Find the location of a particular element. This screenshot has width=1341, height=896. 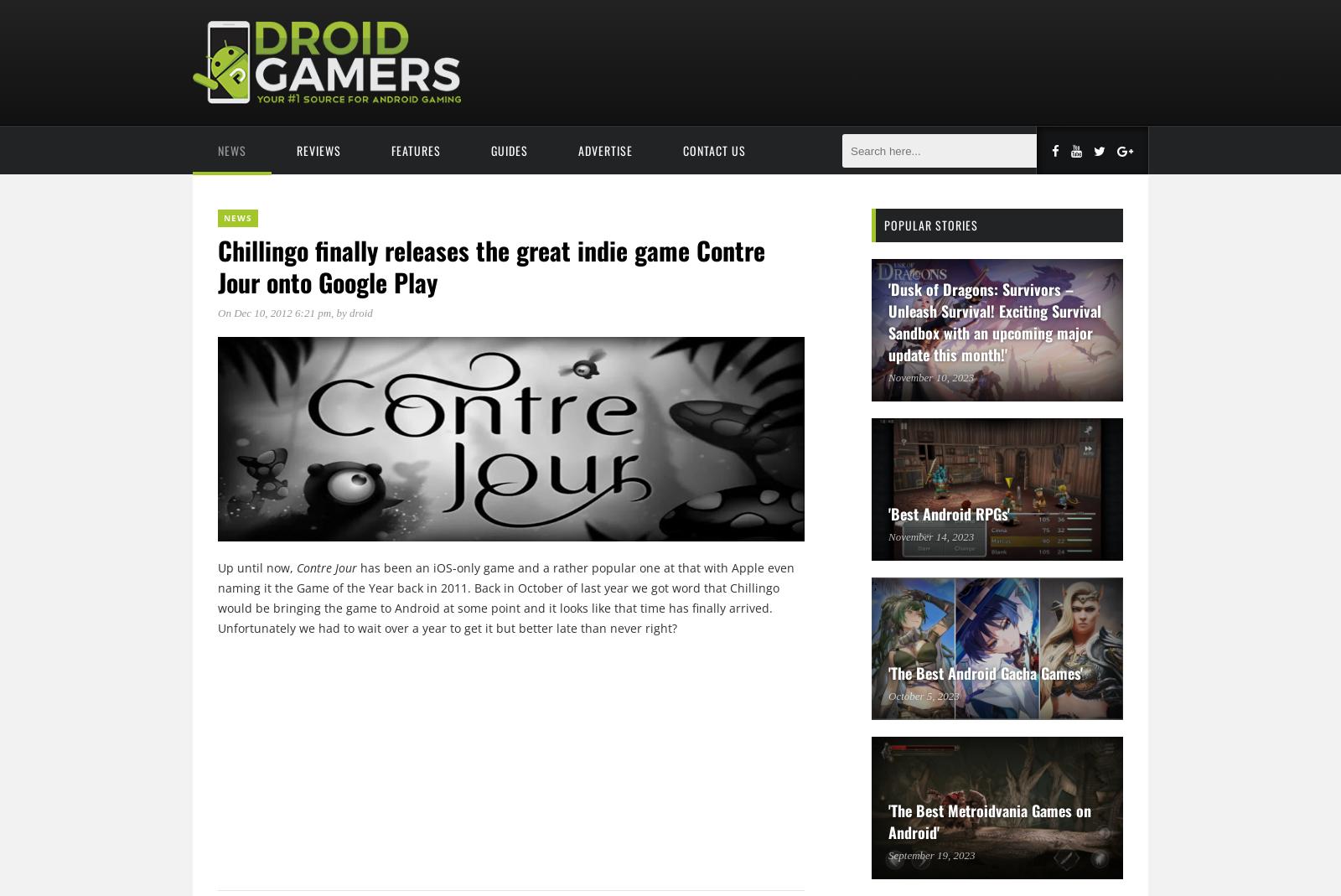

'November 10, 2023' is located at coordinates (888, 376).